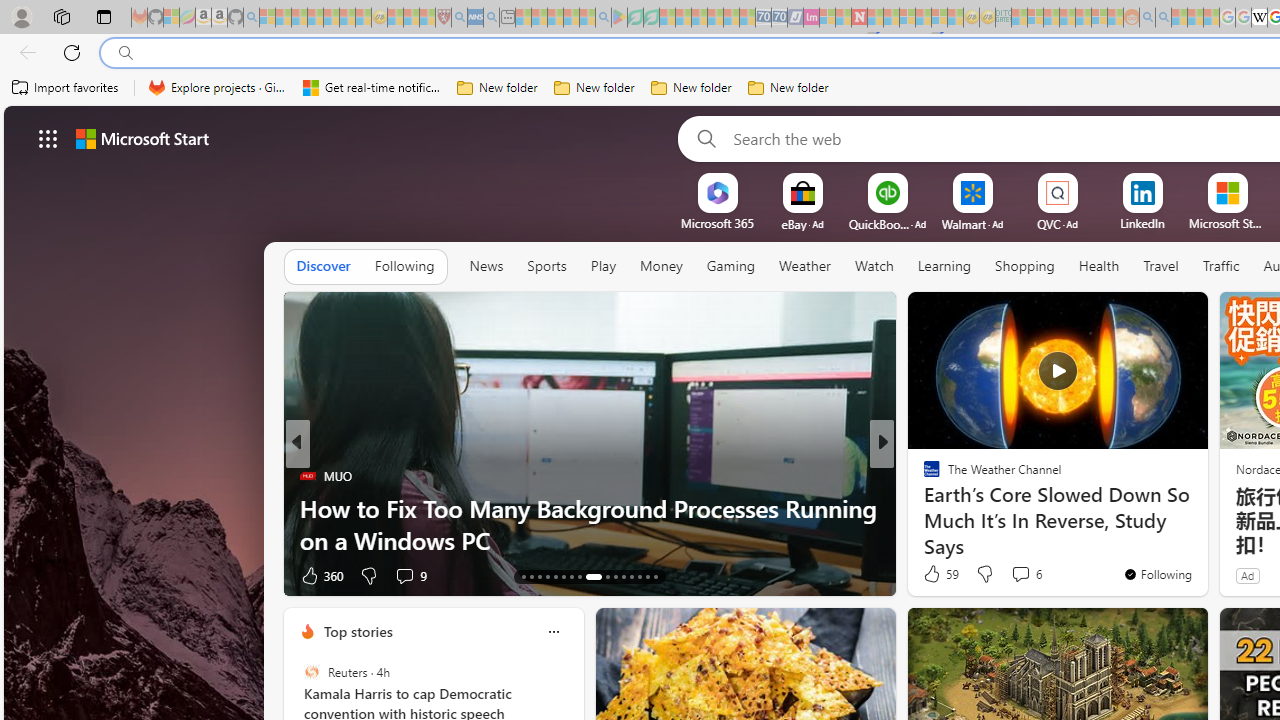  Describe the element at coordinates (547, 265) in the screenshot. I see `'Sports'` at that location.